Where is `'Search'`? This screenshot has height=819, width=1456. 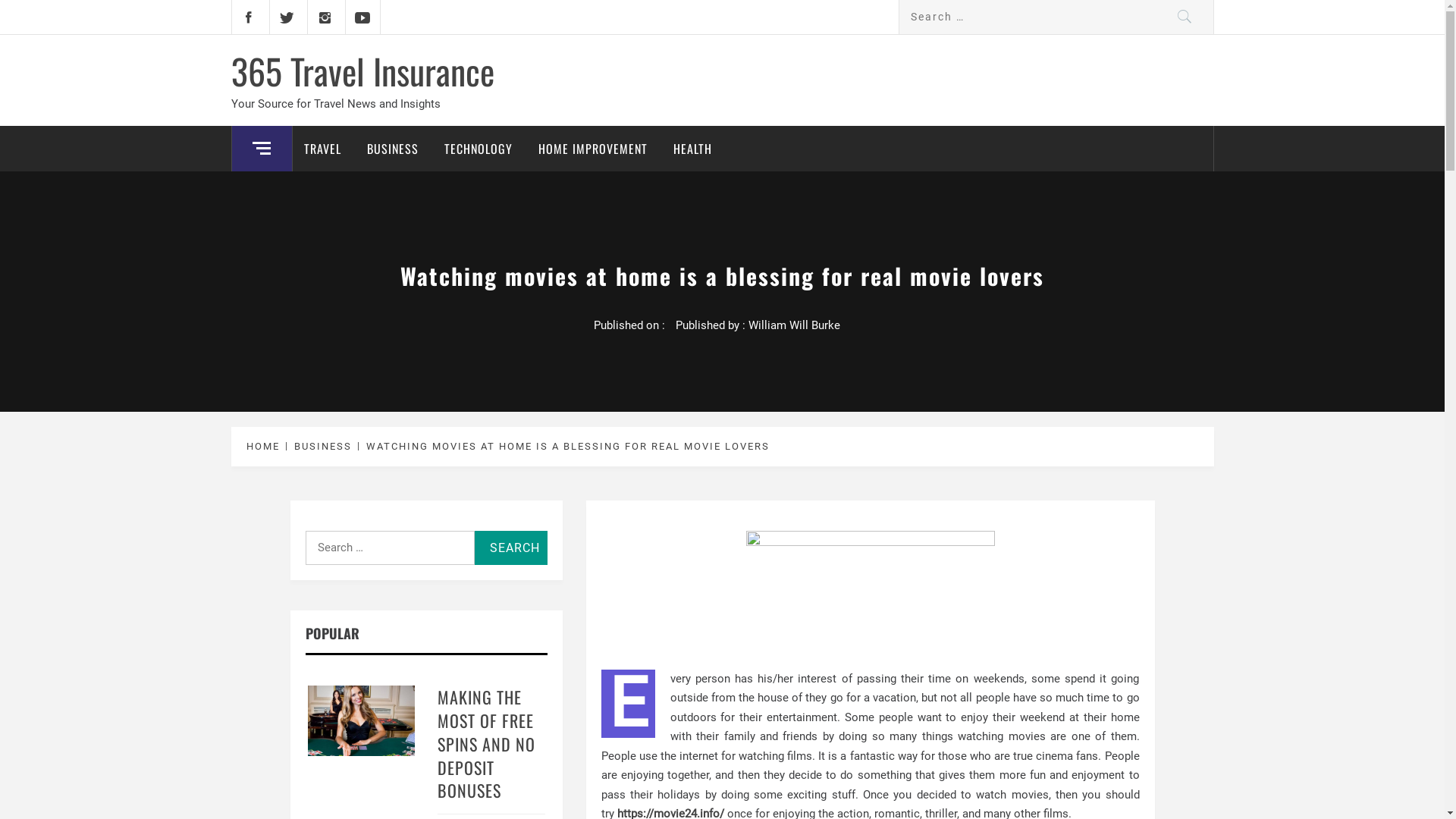 'Search' is located at coordinates (510, 548).